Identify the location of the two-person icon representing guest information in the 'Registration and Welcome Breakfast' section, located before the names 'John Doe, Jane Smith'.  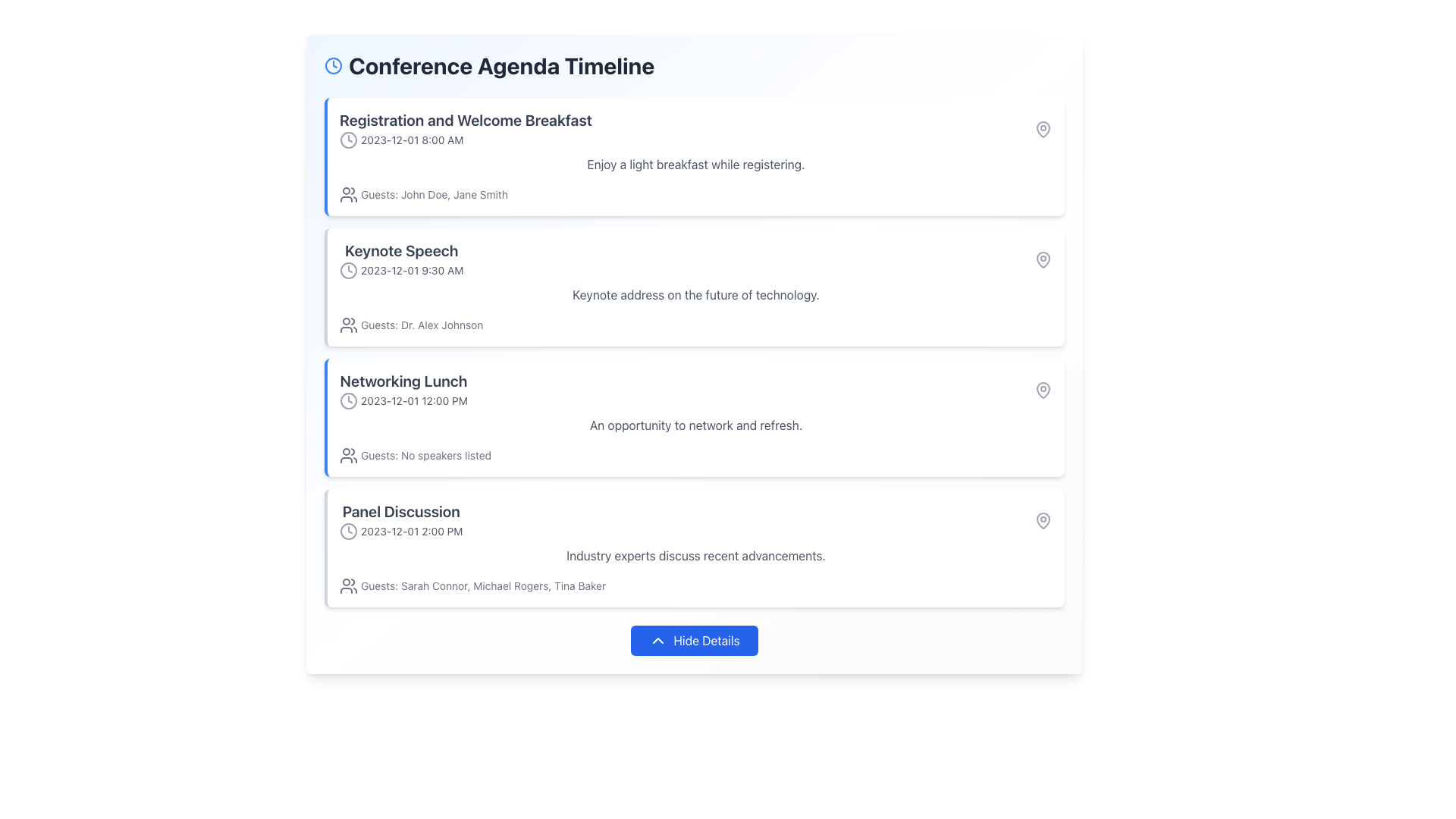
(348, 194).